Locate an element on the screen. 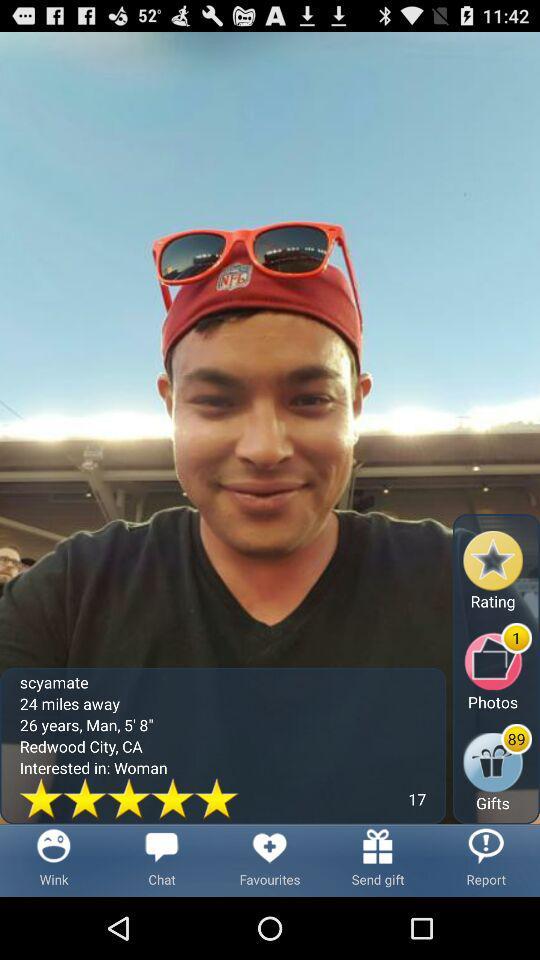 This screenshot has width=540, height=960. icon to the right of the send gift icon is located at coordinates (485, 859).